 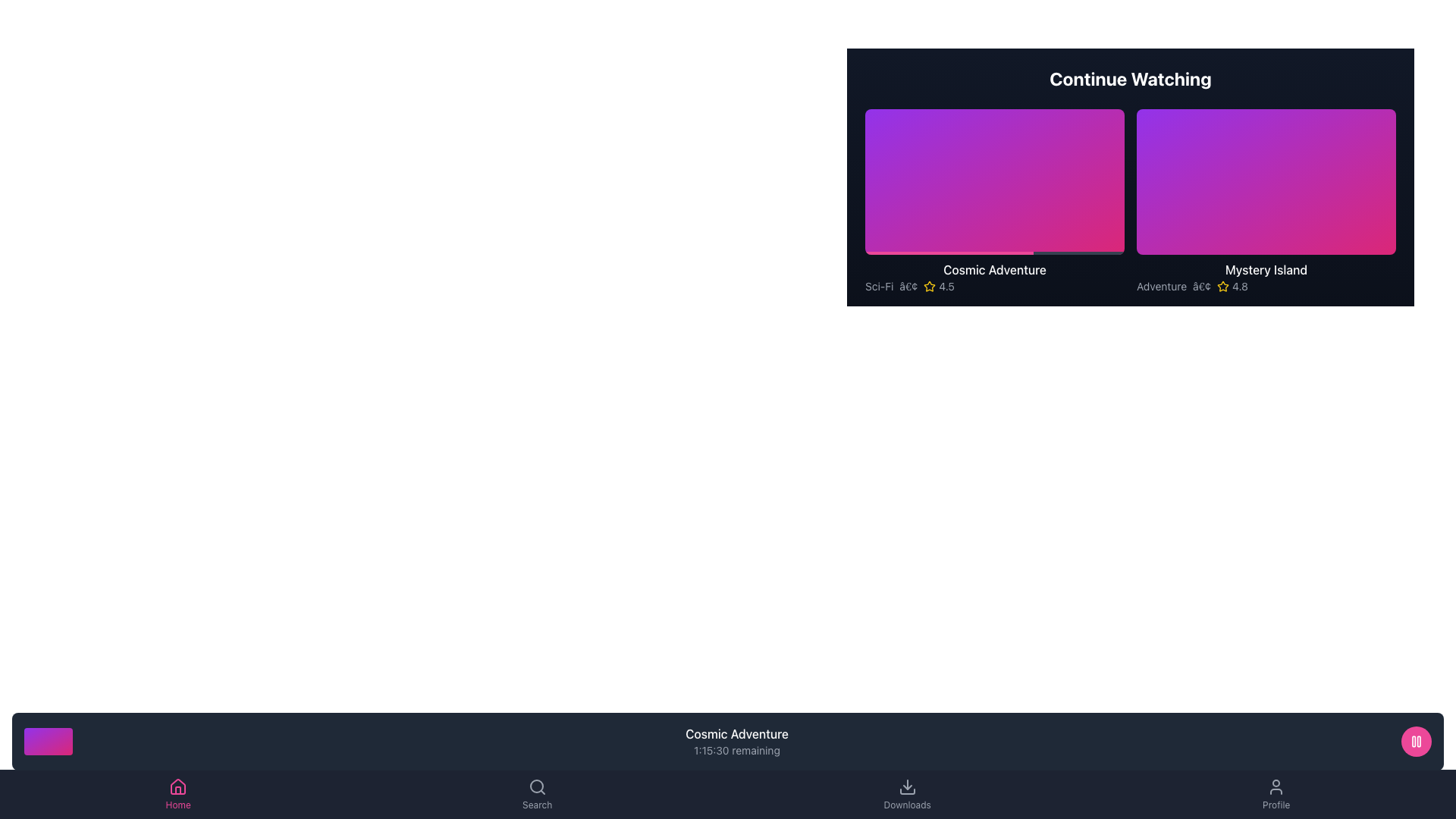 What do you see at coordinates (1415, 741) in the screenshot?
I see `the circular pink button with a pause symbol located in the bottom-right corner of the interface` at bounding box center [1415, 741].